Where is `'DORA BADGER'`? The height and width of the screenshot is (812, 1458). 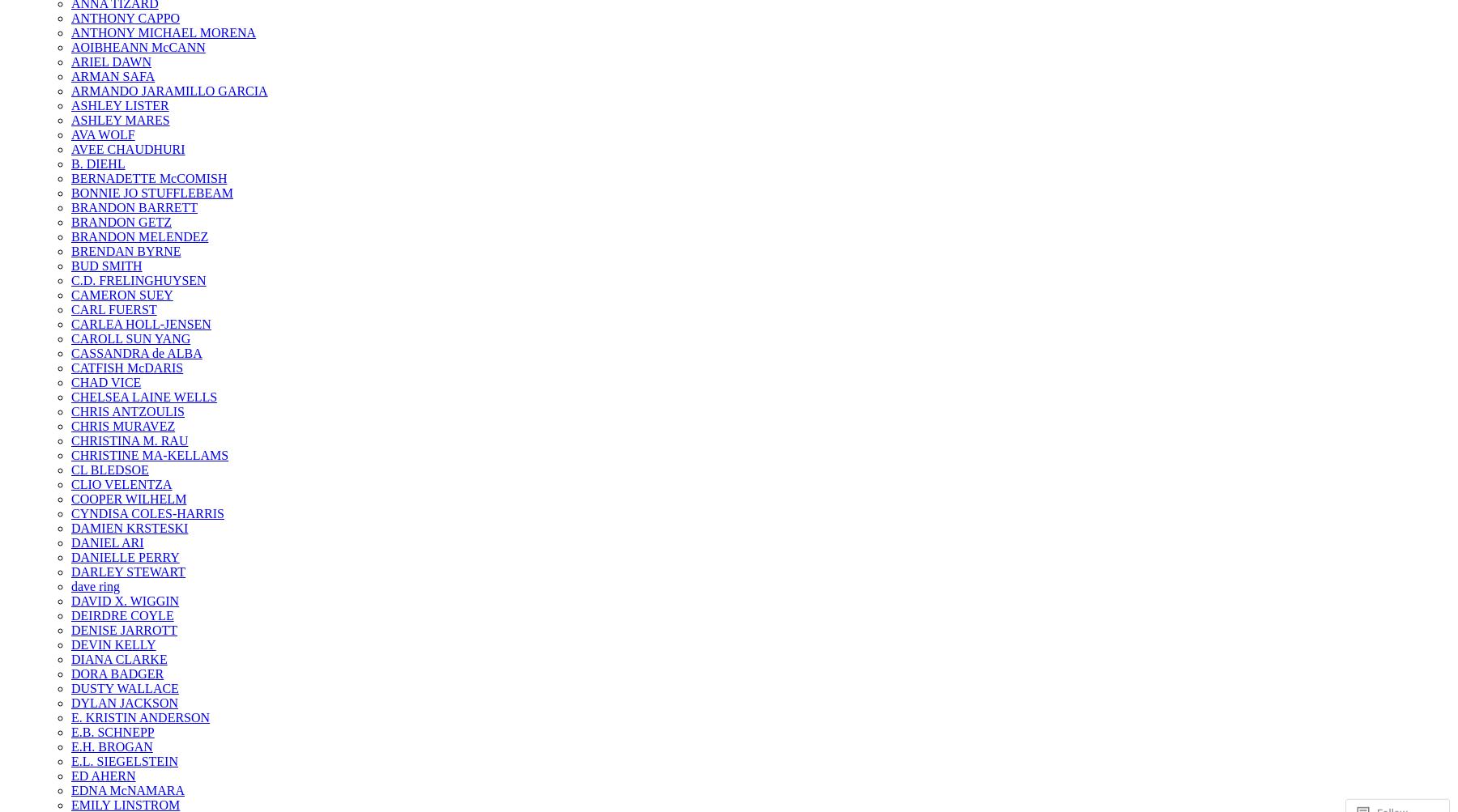 'DORA BADGER' is located at coordinates (117, 674).